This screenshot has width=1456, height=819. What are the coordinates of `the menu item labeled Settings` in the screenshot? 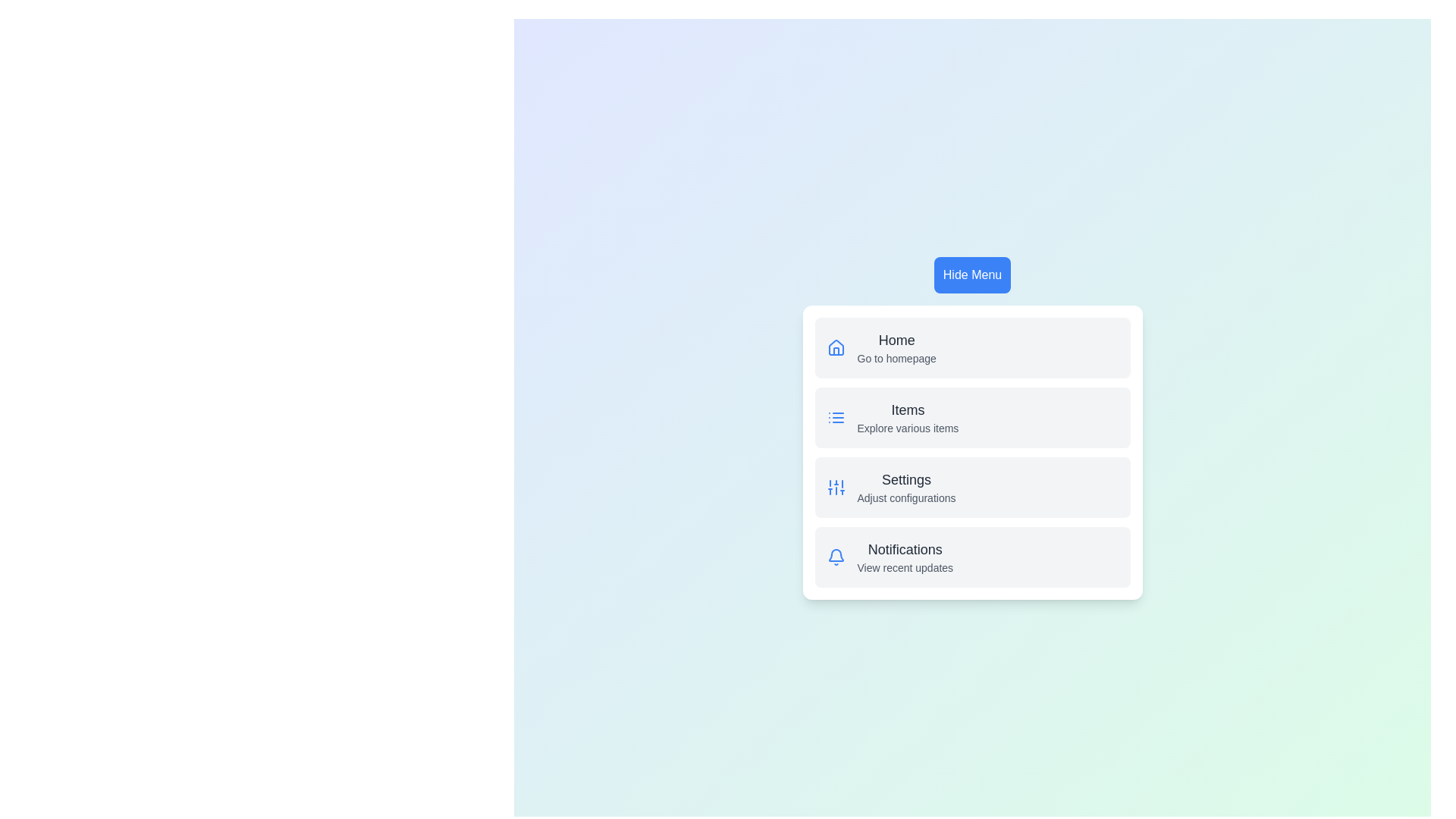 It's located at (906, 479).